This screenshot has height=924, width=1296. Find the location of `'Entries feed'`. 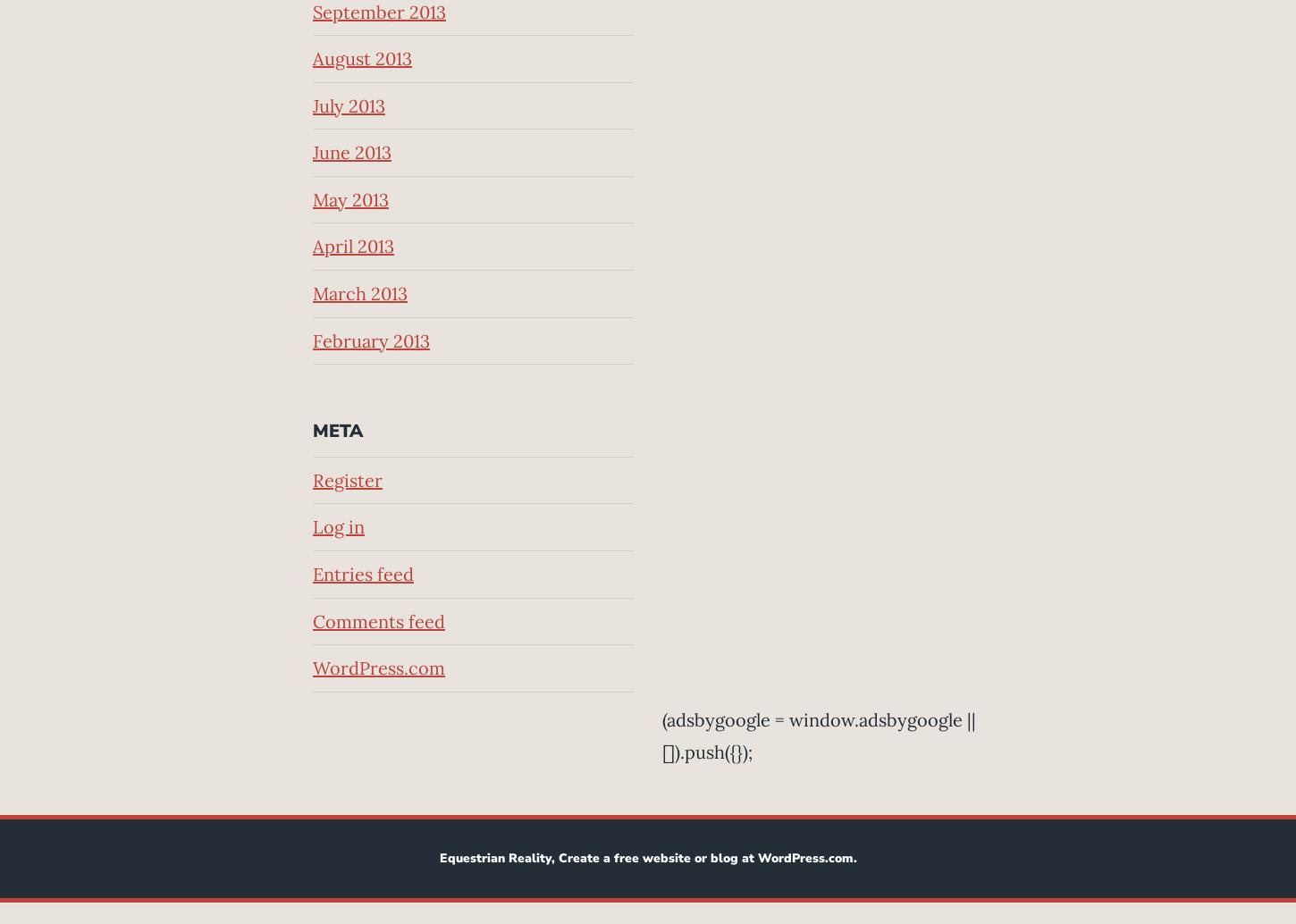

'Entries feed' is located at coordinates (362, 573).